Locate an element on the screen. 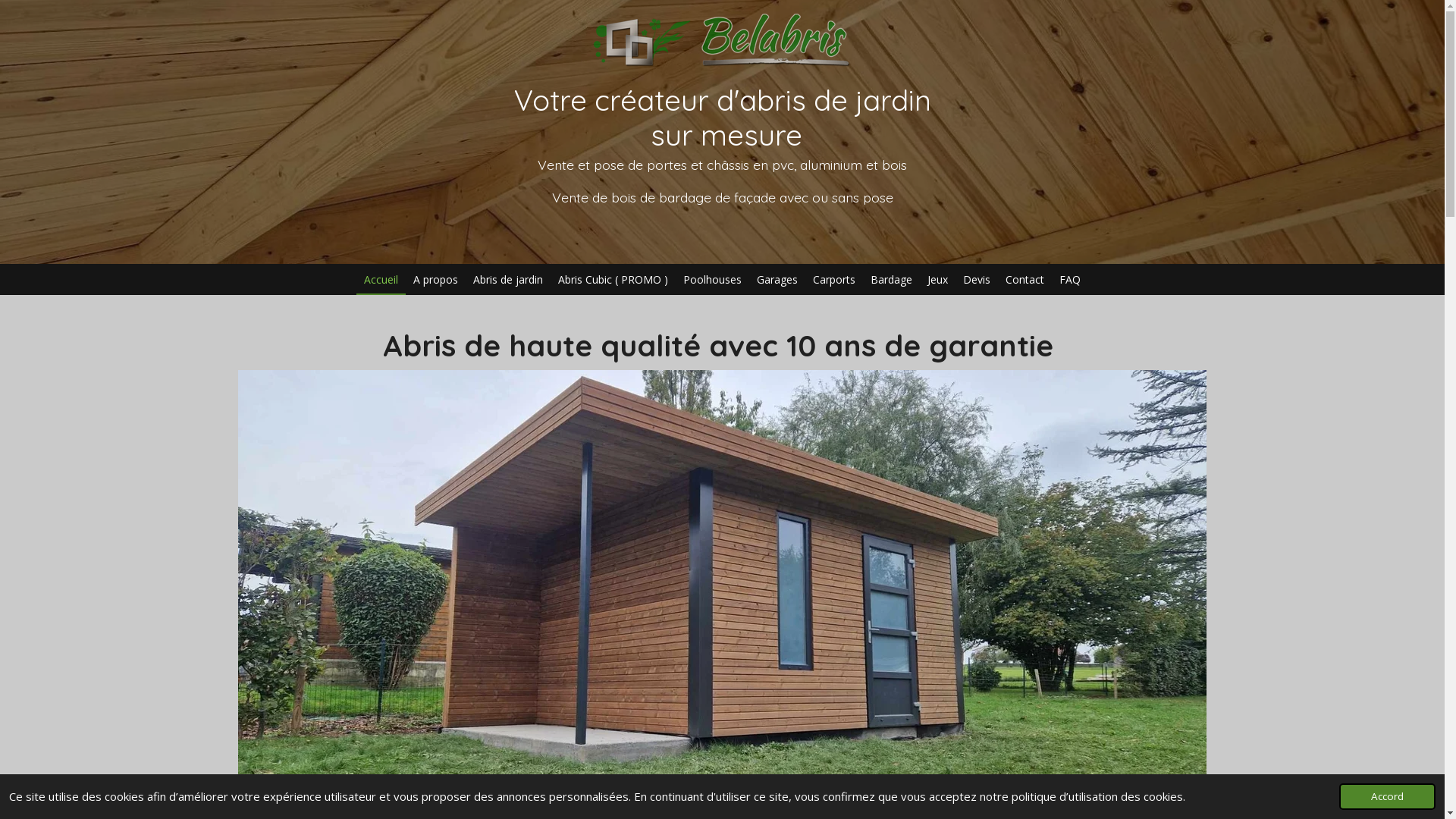 The height and width of the screenshot is (819, 1456). 'Garages' is located at coordinates (777, 278).